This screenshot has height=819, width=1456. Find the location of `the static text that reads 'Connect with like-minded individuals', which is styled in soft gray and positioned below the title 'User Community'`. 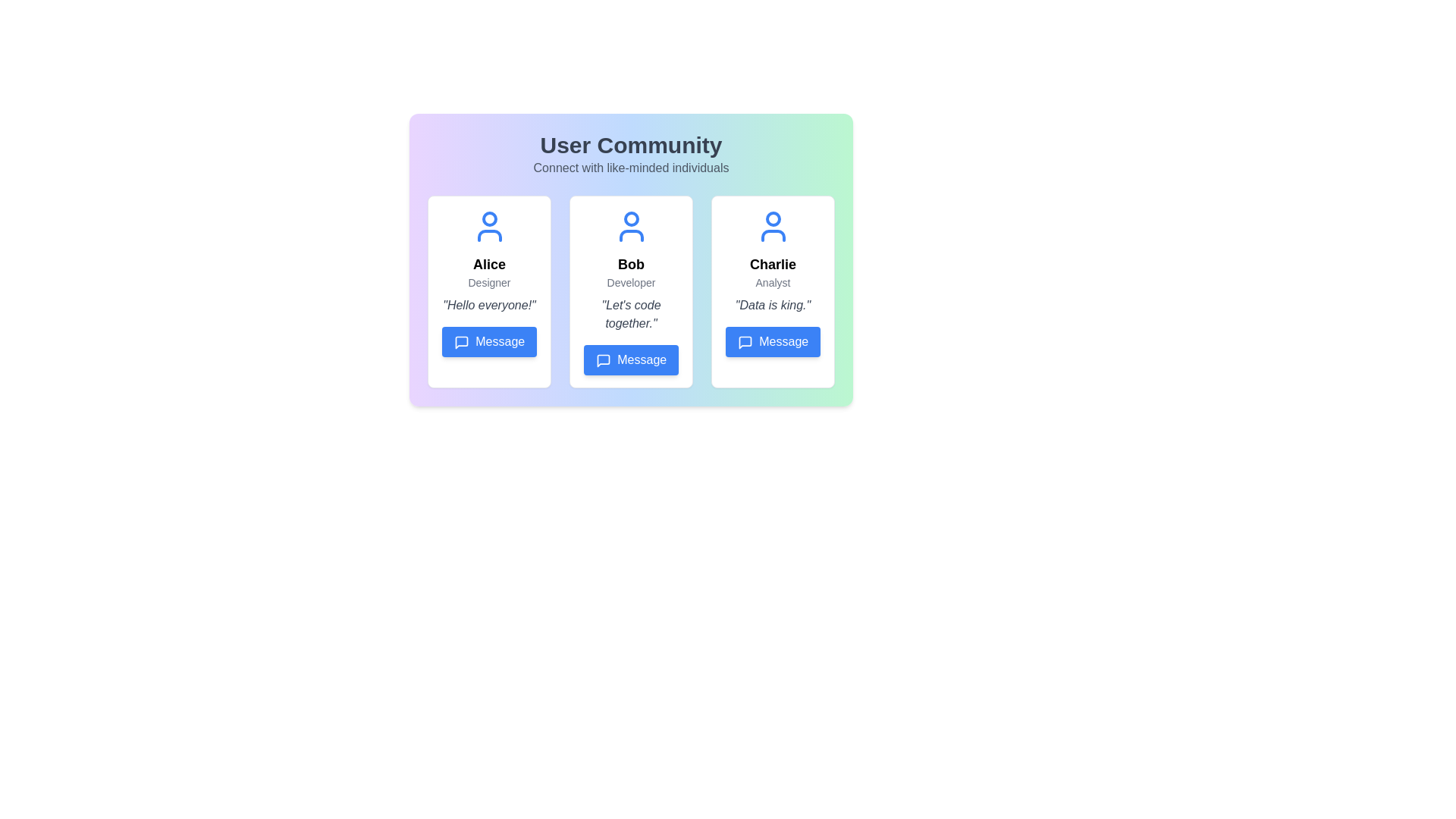

the static text that reads 'Connect with like-minded individuals', which is styled in soft gray and positioned below the title 'User Community' is located at coordinates (631, 168).